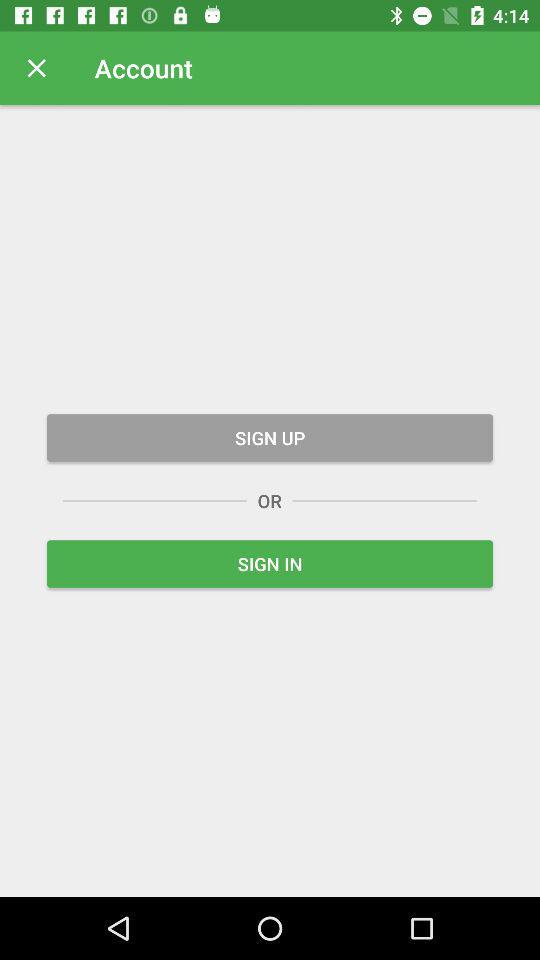 This screenshot has height=960, width=540. What do you see at coordinates (270, 564) in the screenshot?
I see `sign in` at bounding box center [270, 564].